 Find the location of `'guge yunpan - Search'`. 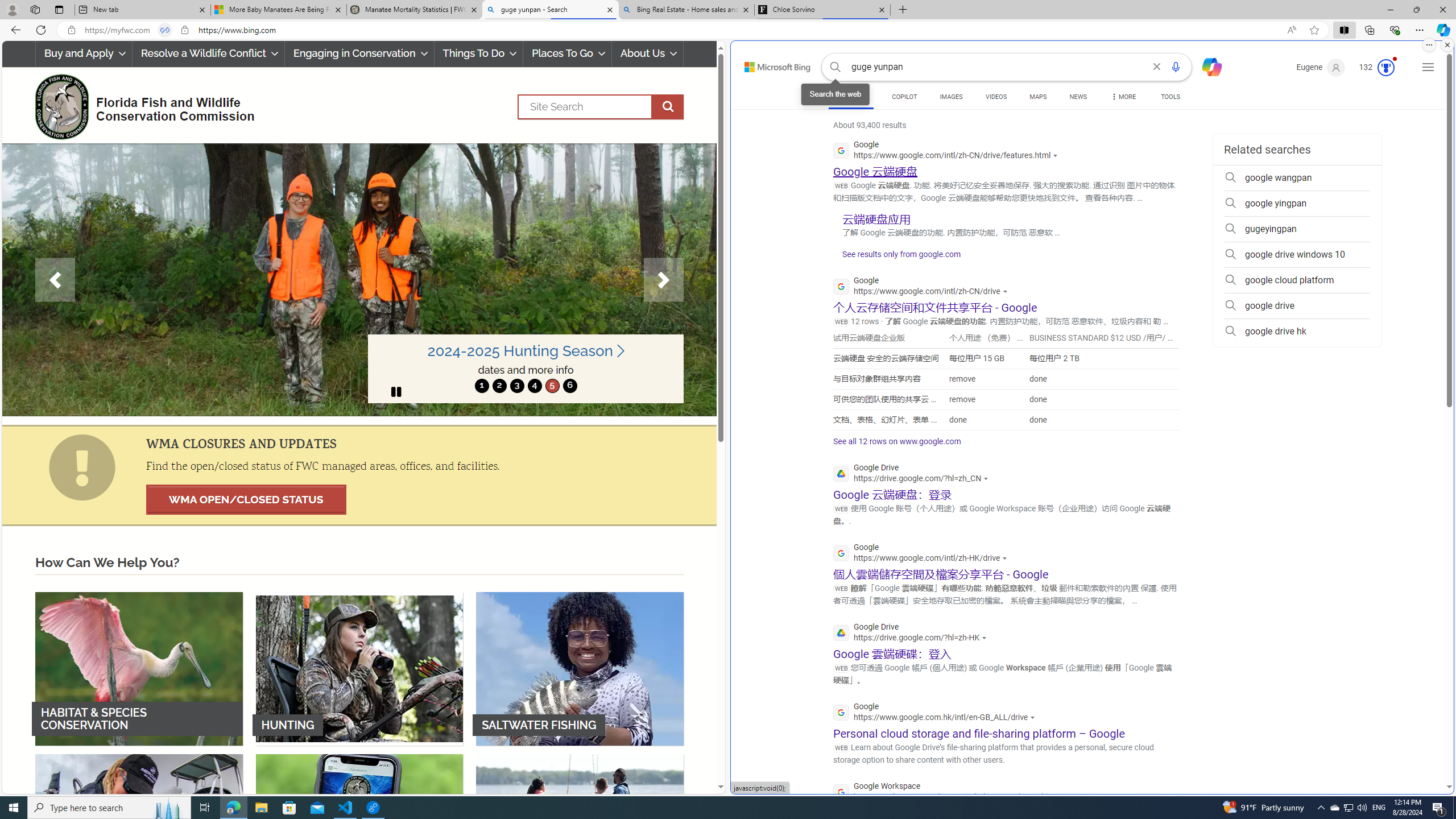

'guge yunpan - Search' is located at coordinates (549, 9).